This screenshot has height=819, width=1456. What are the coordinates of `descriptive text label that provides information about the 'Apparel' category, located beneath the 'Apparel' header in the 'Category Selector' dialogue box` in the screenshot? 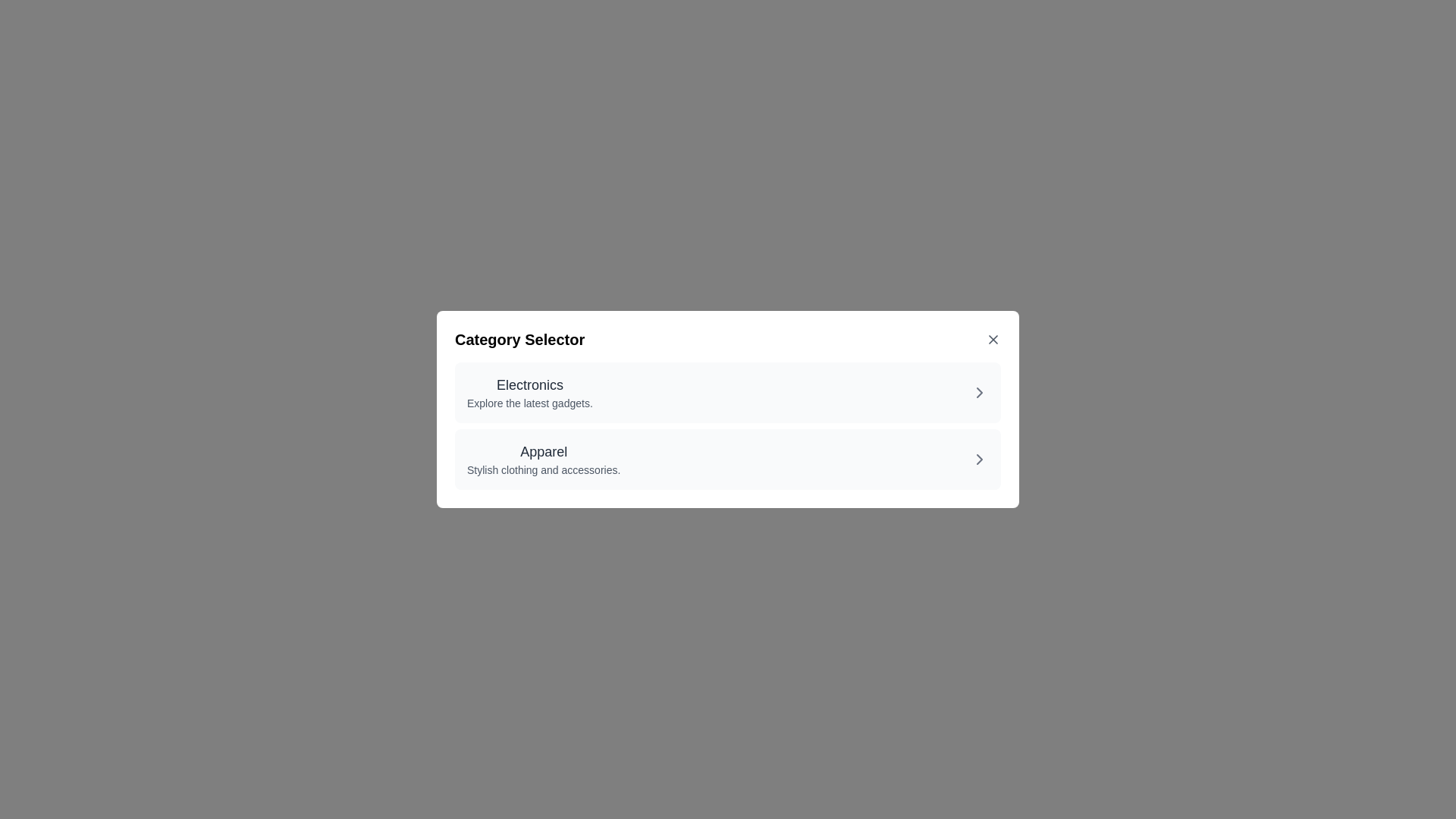 It's located at (544, 469).